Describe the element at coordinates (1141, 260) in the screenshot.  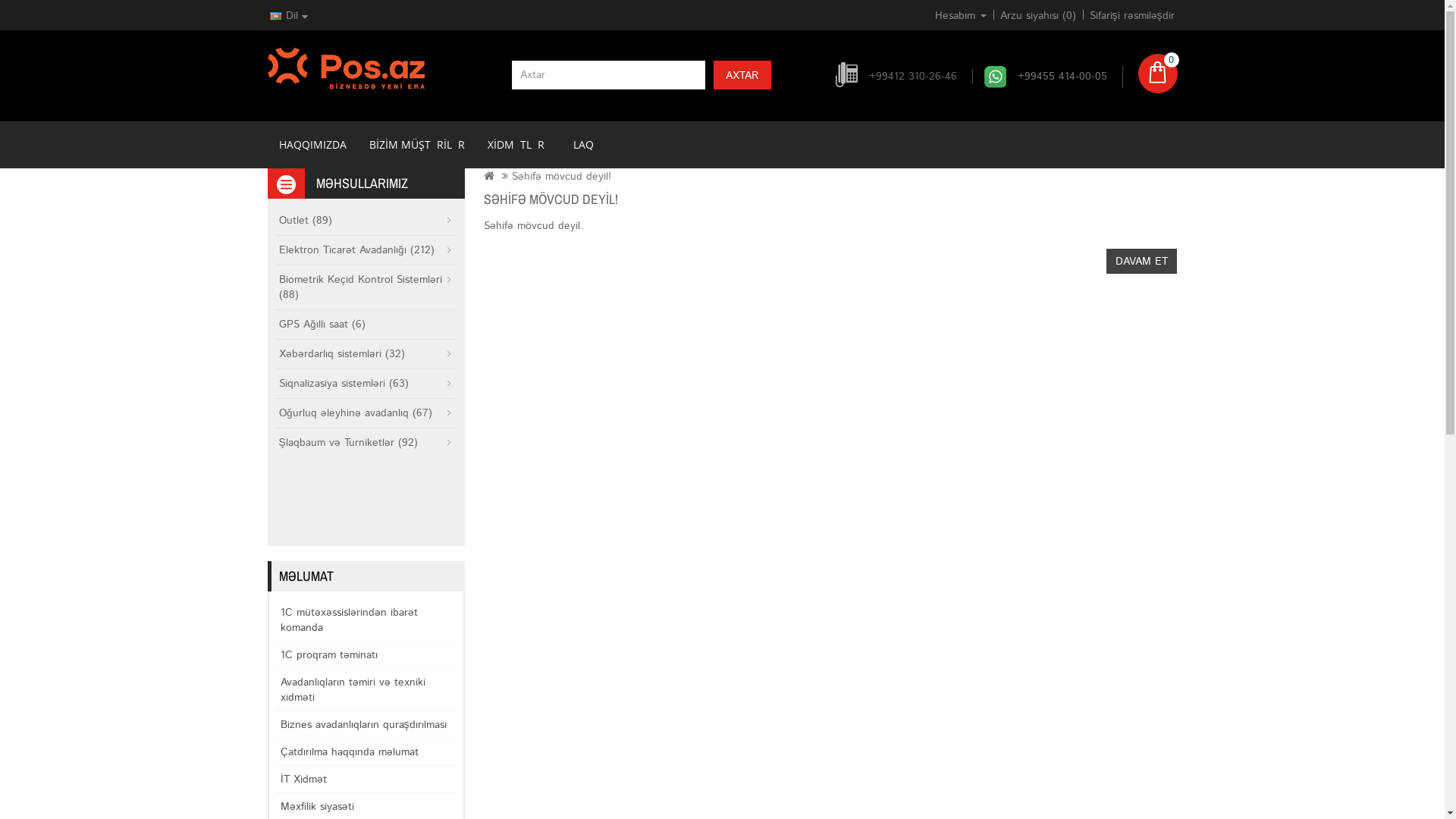
I see `'DAVAM ET'` at that location.